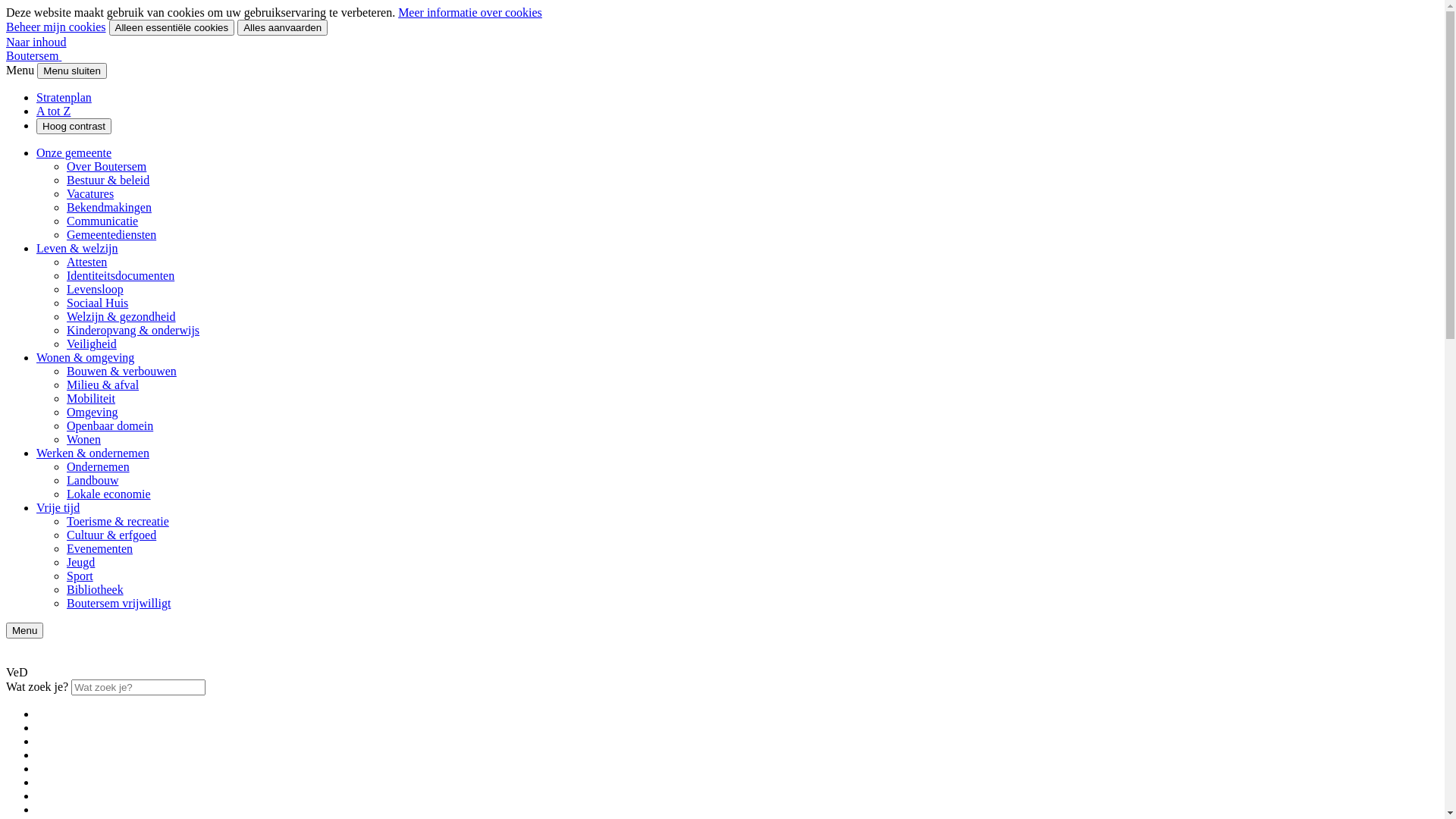 This screenshot has width=1456, height=819. Describe the element at coordinates (24, 630) in the screenshot. I see `'Menu'` at that location.